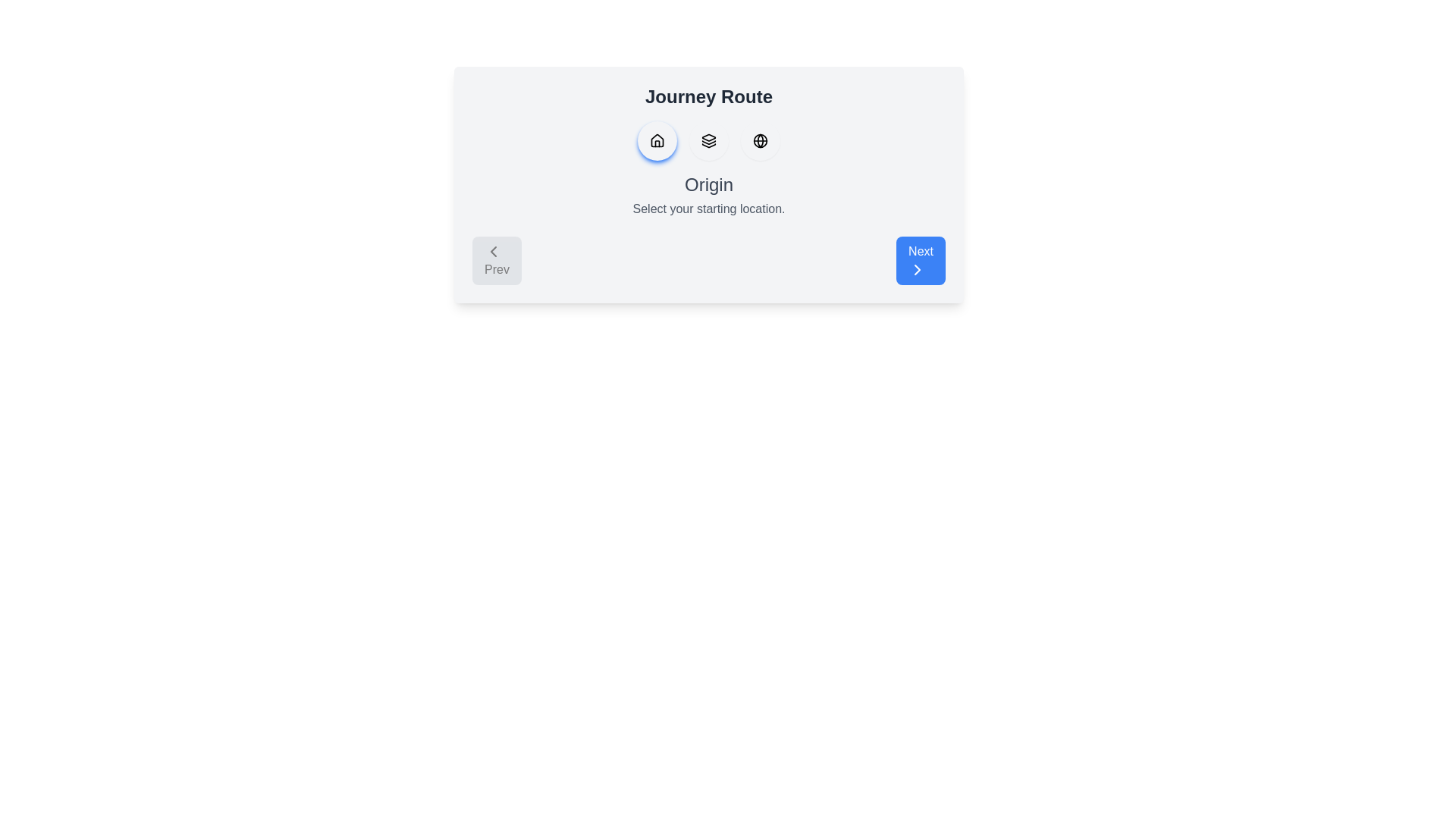 Image resolution: width=1456 pixels, height=819 pixels. I want to click on text from the text block titled 'Origin' which contains the subtitle 'Select your starting location.' This block is situated below the icons and above the 'Prev' and 'Next' buttons, so click(708, 195).